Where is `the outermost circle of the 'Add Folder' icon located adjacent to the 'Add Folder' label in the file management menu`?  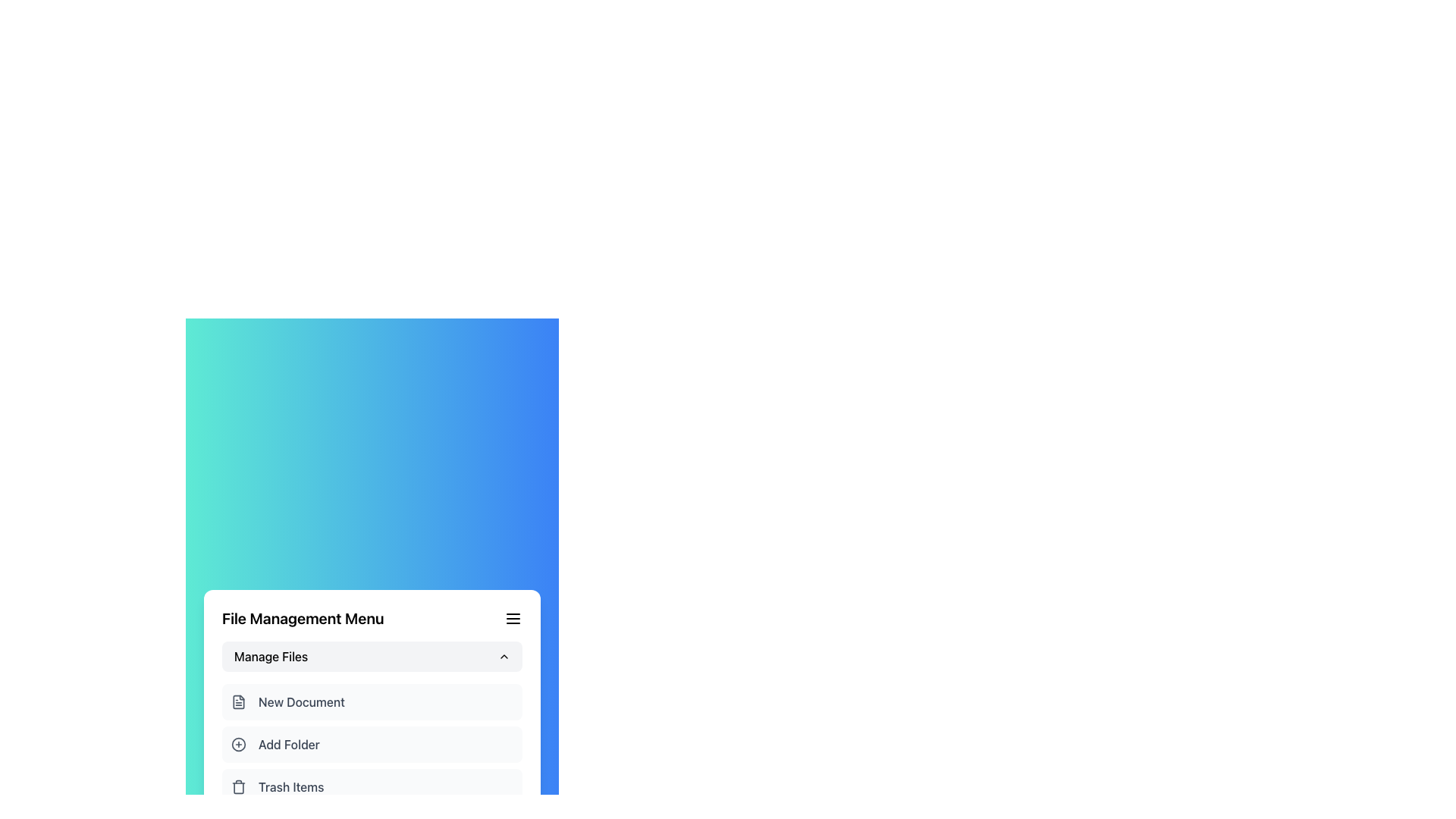 the outermost circle of the 'Add Folder' icon located adjacent to the 'Add Folder' label in the file management menu is located at coordinates (238, 744).